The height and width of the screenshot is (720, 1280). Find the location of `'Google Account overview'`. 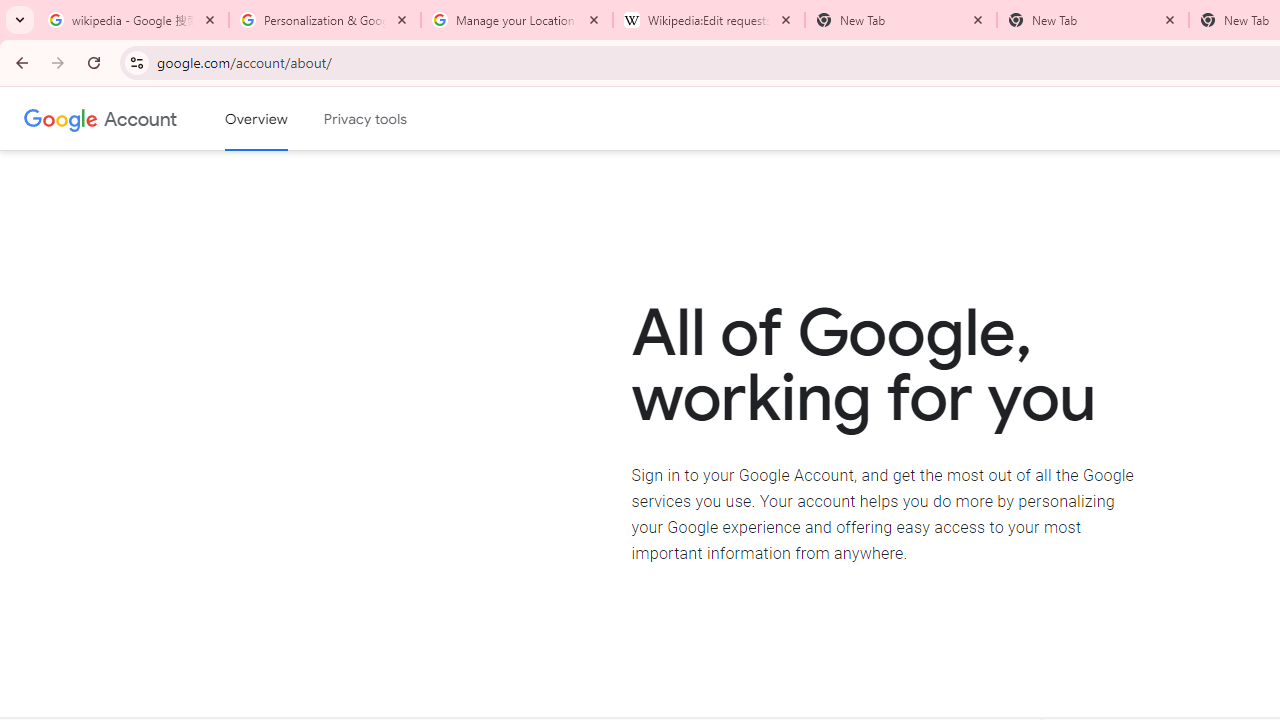

'Google Account overview' is located at coordinates (255, 119).